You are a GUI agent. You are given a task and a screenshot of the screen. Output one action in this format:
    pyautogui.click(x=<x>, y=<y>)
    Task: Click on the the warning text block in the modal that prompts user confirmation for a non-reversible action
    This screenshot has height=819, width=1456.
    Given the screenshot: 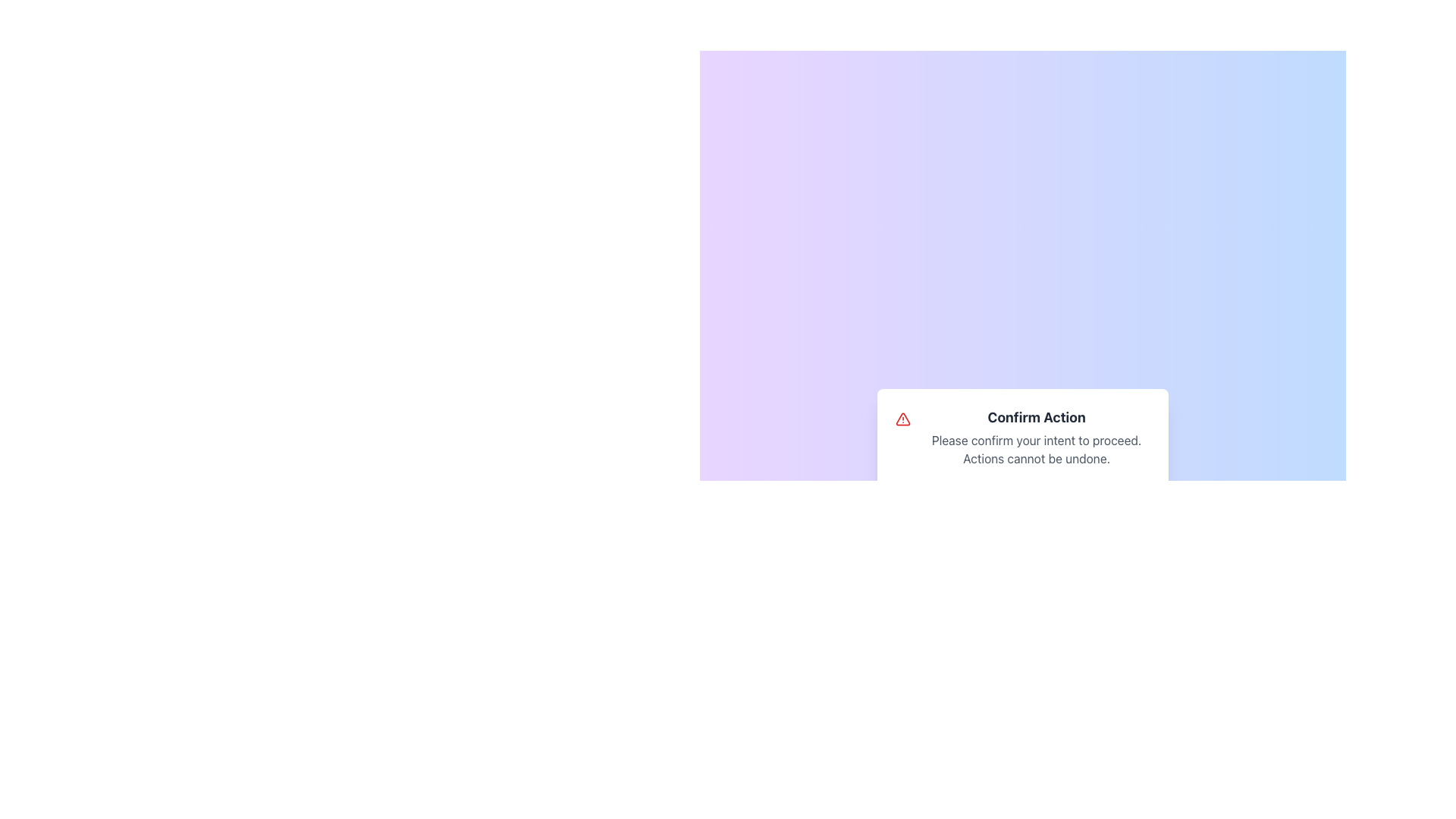 What is the action you would take?
    pyautogui.click(x=1022, y=438)
    